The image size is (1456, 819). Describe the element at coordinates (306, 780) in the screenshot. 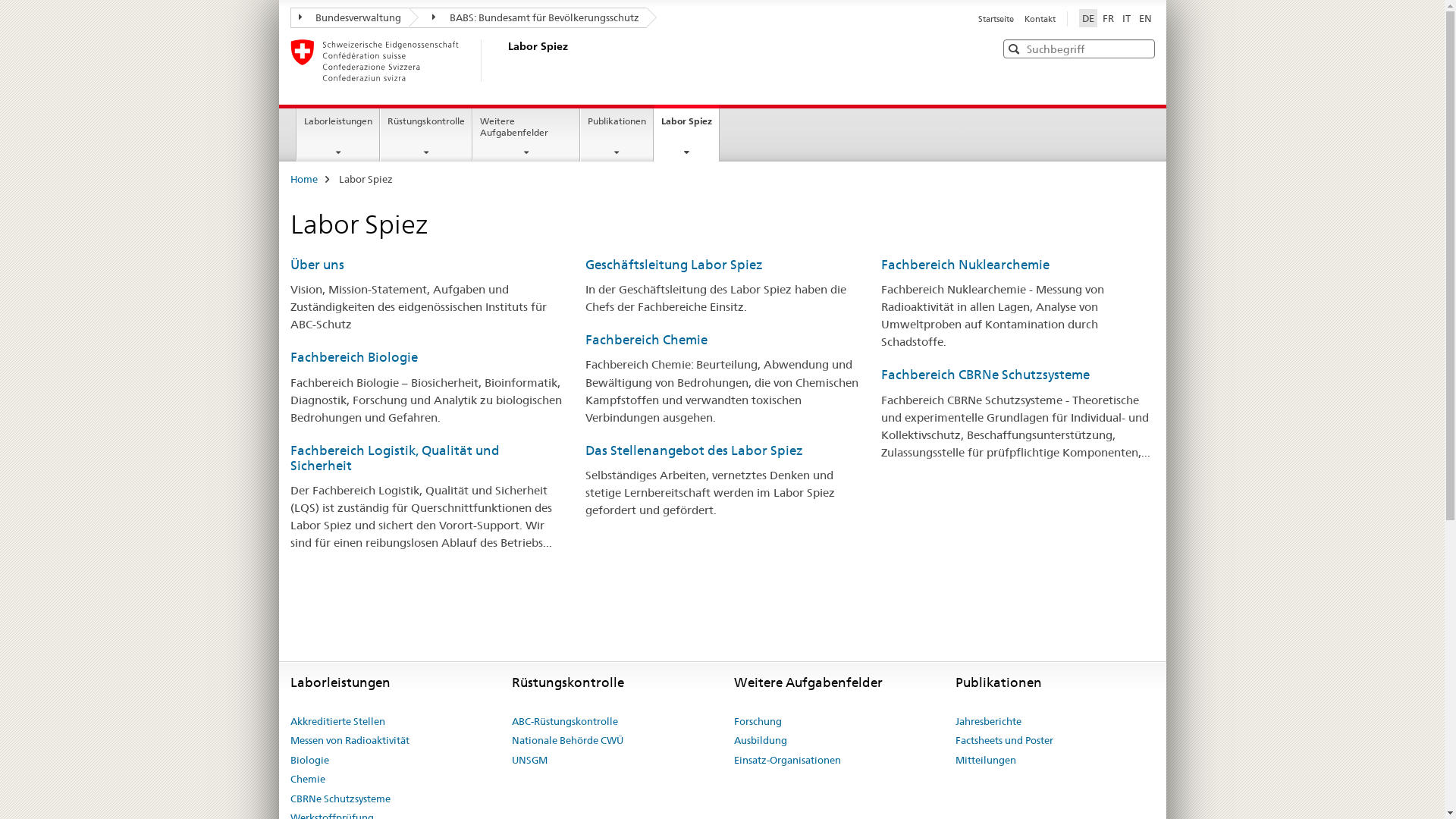

I see `'Chemie'` at that location.